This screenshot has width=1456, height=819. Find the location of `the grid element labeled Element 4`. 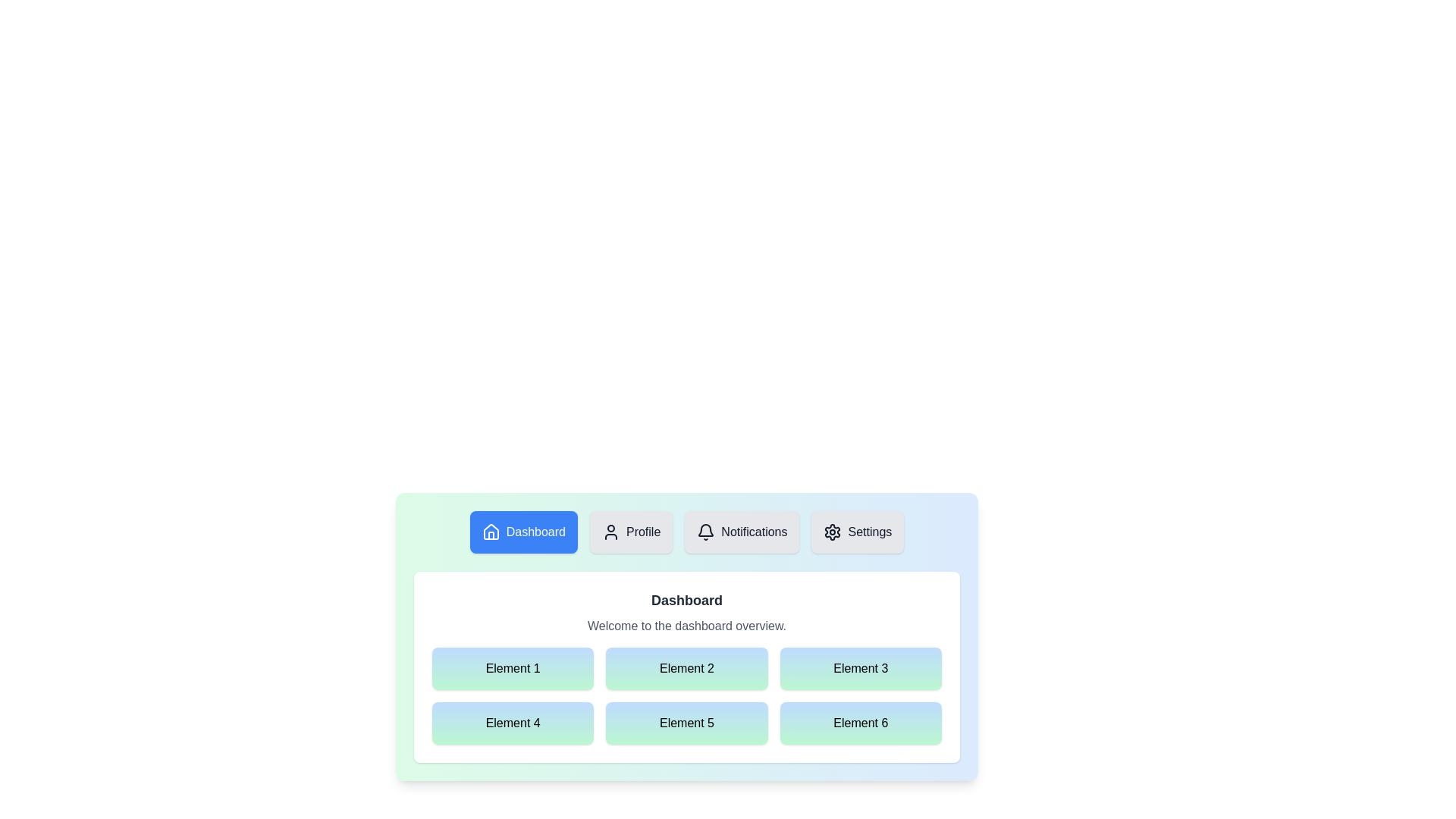

the grid element labeled Element 4 is located at coordinates (513, 722).